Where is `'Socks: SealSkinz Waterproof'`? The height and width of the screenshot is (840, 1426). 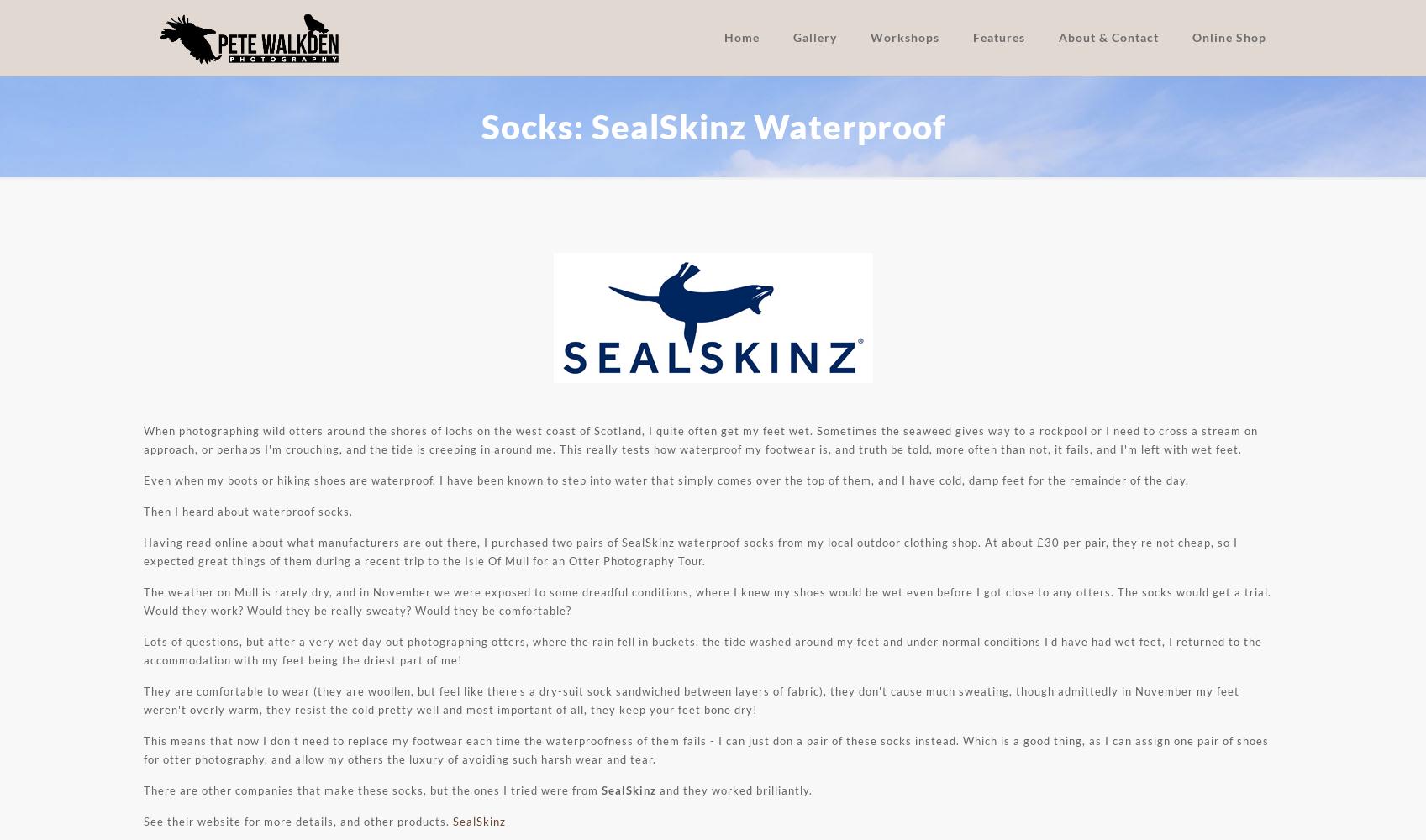 'Socks: SealSkinz Waterproof' is located at coordinates (712, 127).